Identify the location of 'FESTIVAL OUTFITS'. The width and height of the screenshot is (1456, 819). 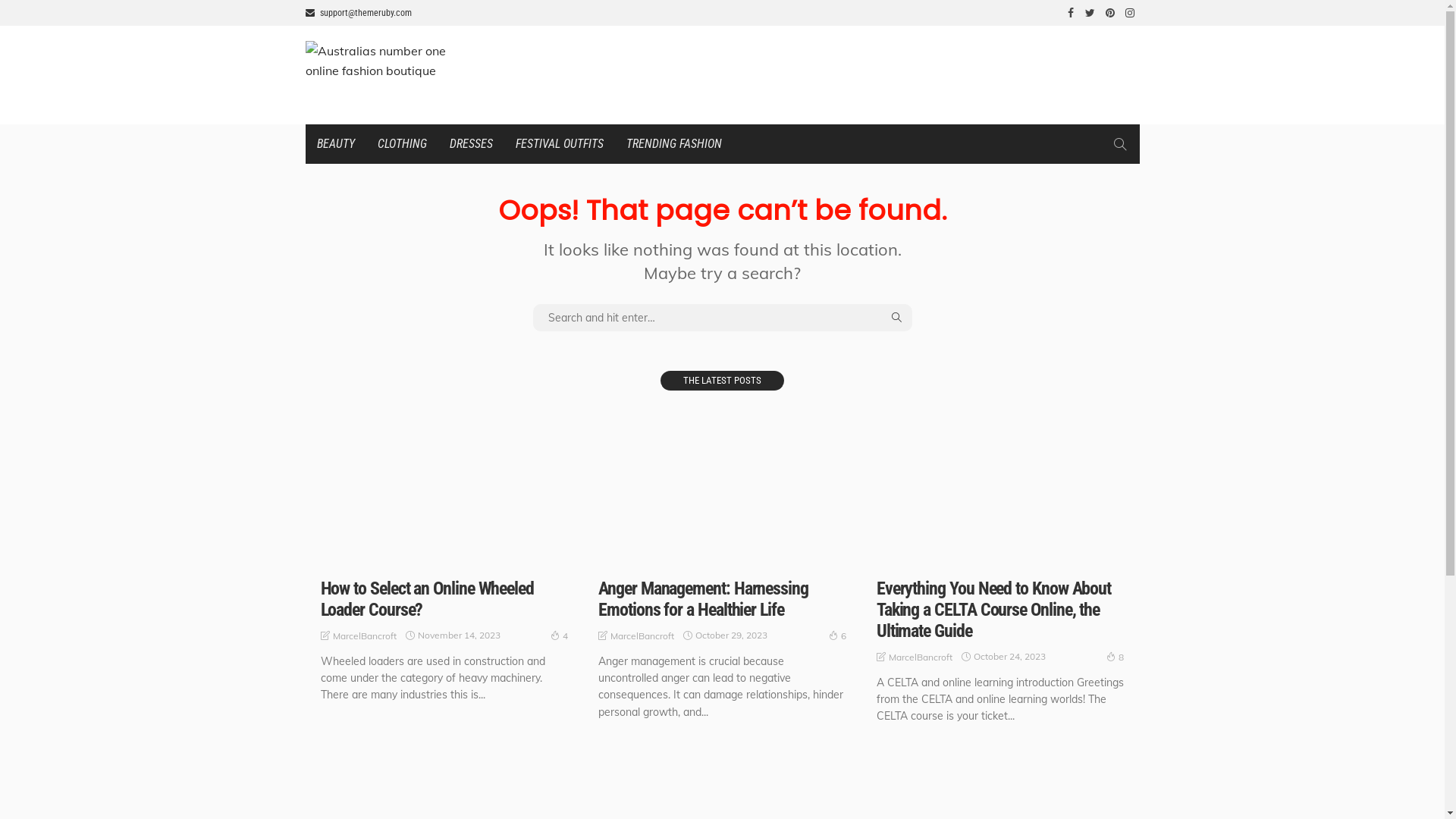
(558, 143).